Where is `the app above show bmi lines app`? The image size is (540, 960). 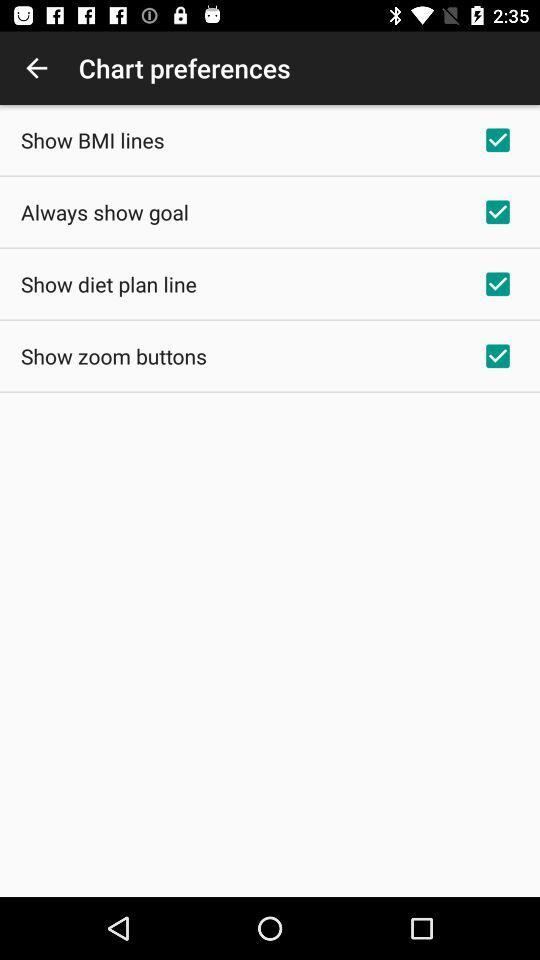 the app above show bmi lines app is located at coordinates (36, 68).